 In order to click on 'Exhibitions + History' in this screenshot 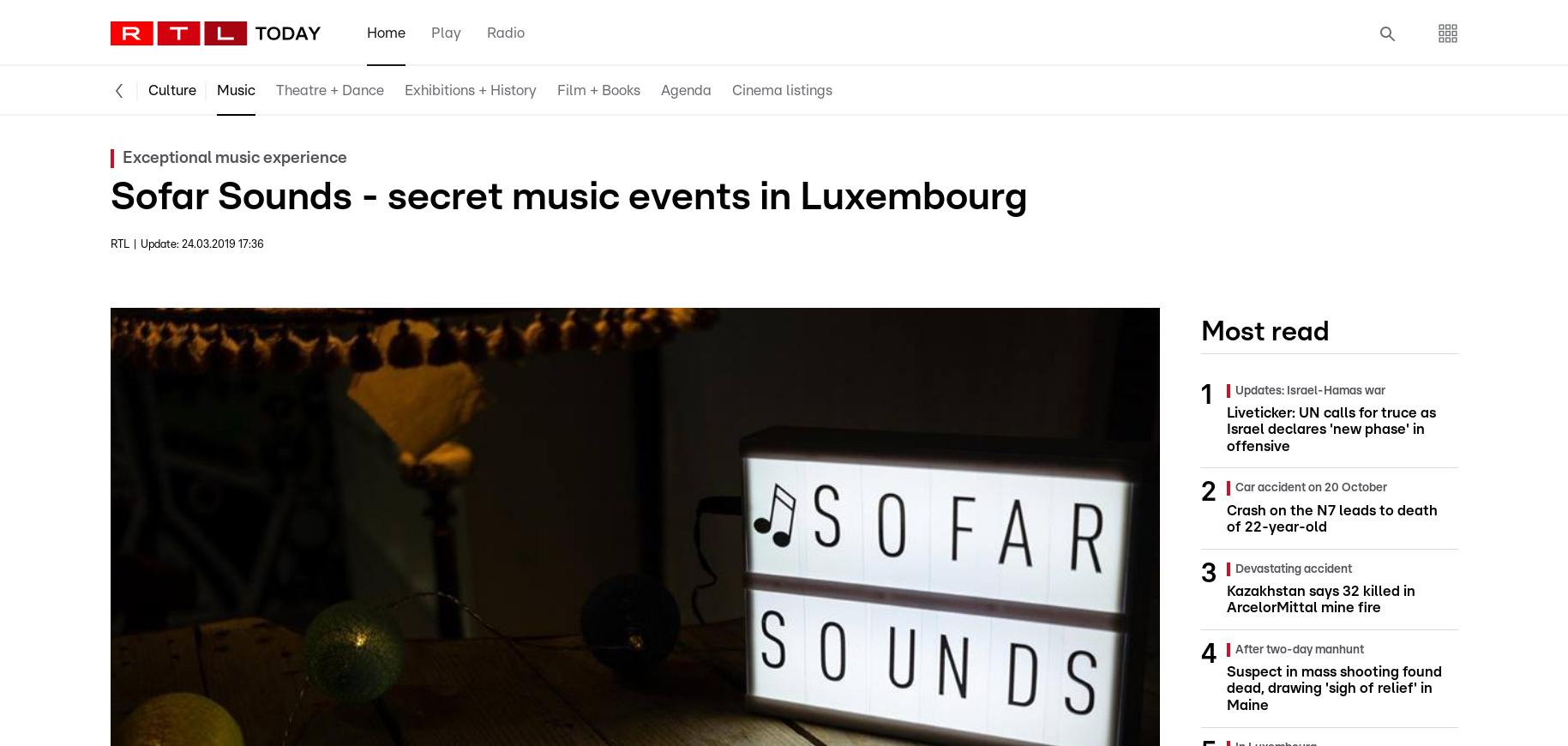, I will do `click(469, 89)`.